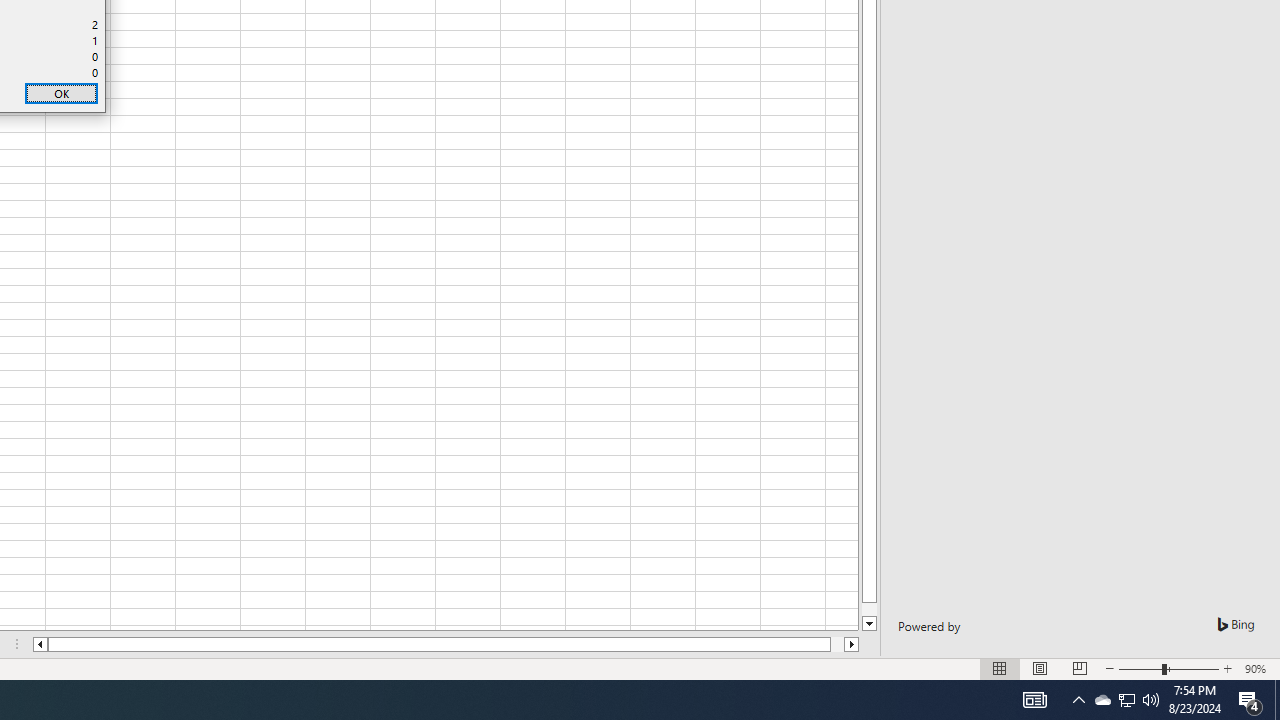 The height and width of the screenshot is (720, 1280). I want to click on 'OK', so click(61, 93).